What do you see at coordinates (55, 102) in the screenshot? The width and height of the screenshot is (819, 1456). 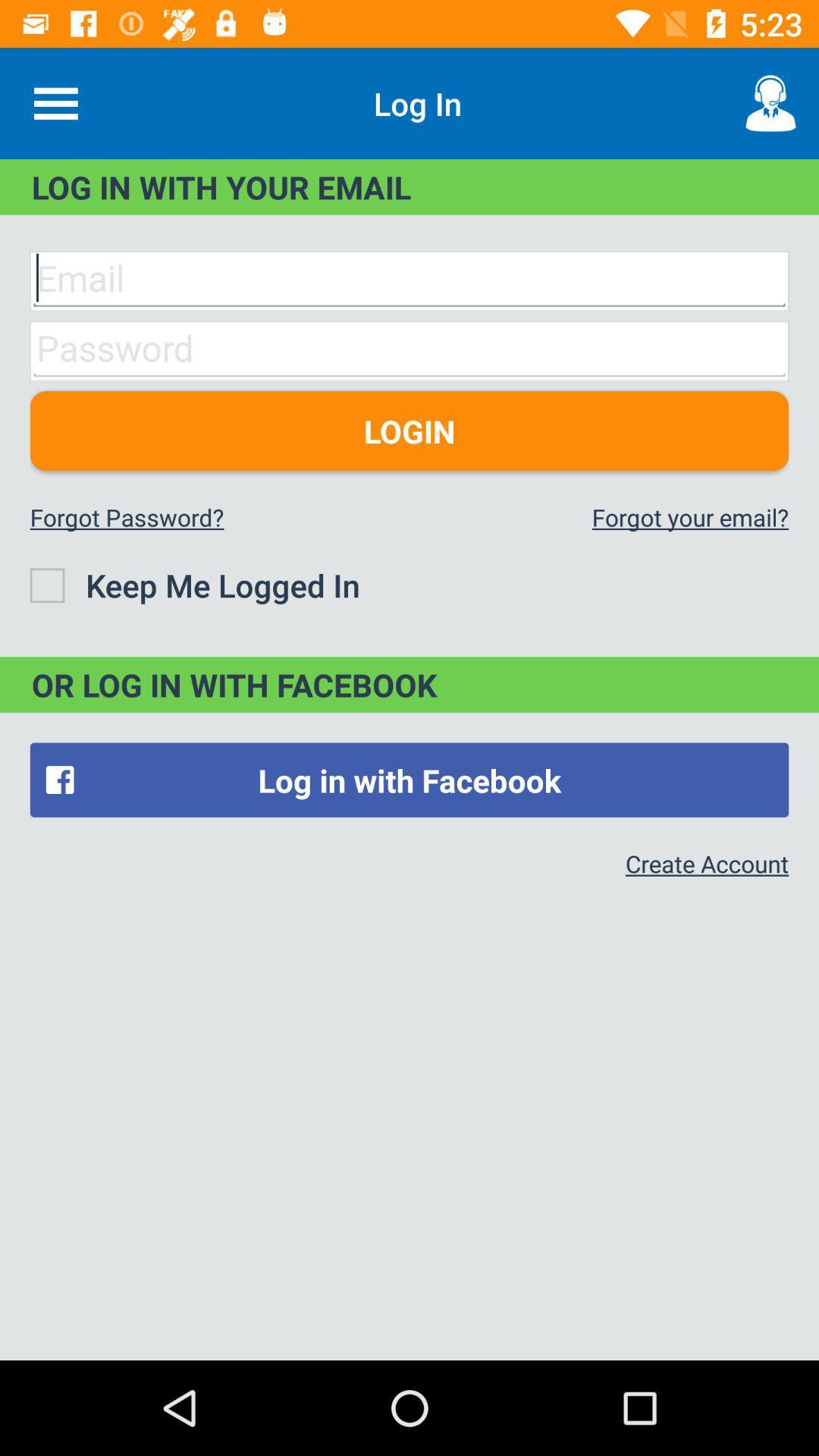 I see `the item at the top left corner` at bounding box center [55, 102].